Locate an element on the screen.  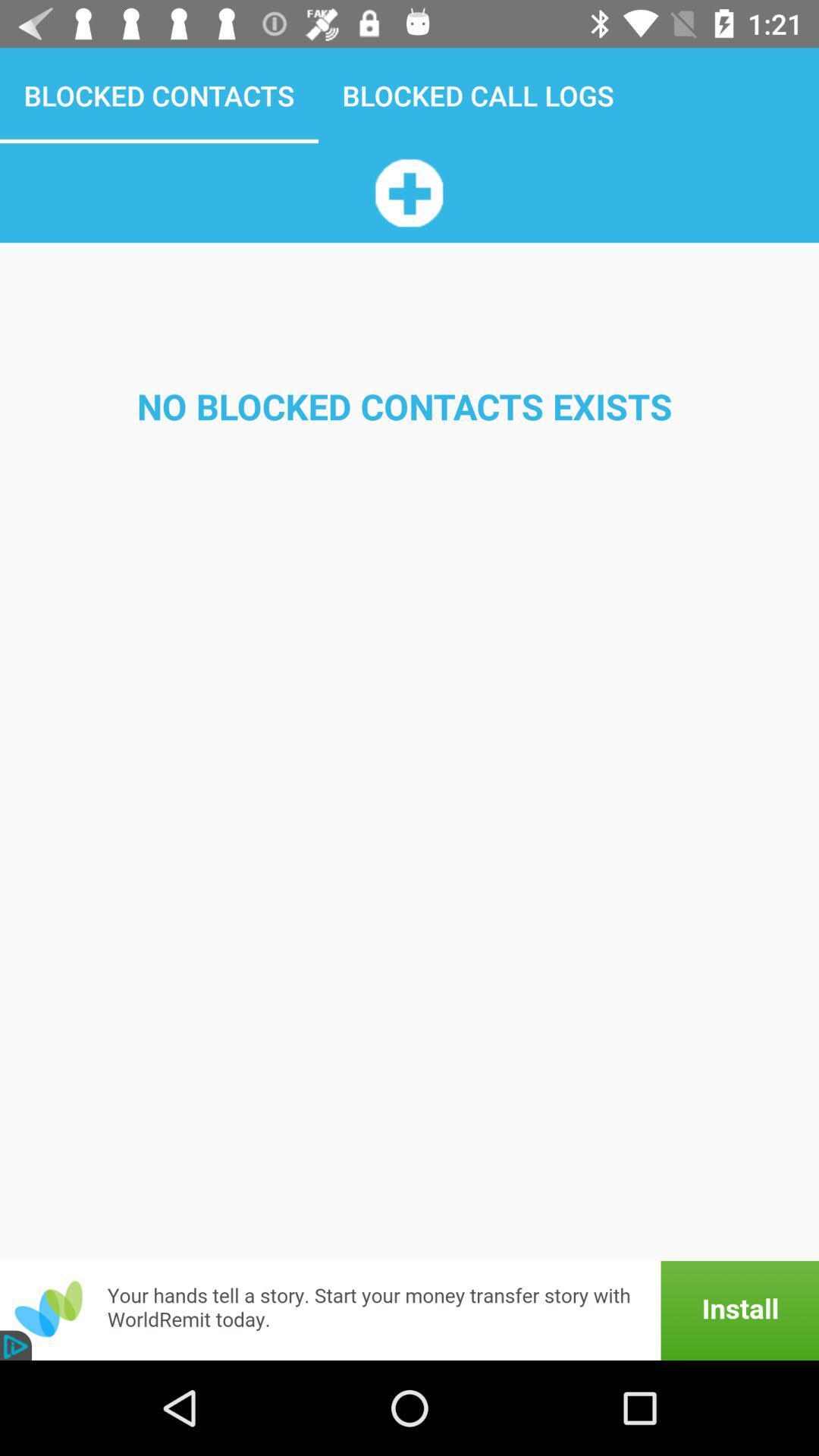
add option is located at coordinates (408, 192).